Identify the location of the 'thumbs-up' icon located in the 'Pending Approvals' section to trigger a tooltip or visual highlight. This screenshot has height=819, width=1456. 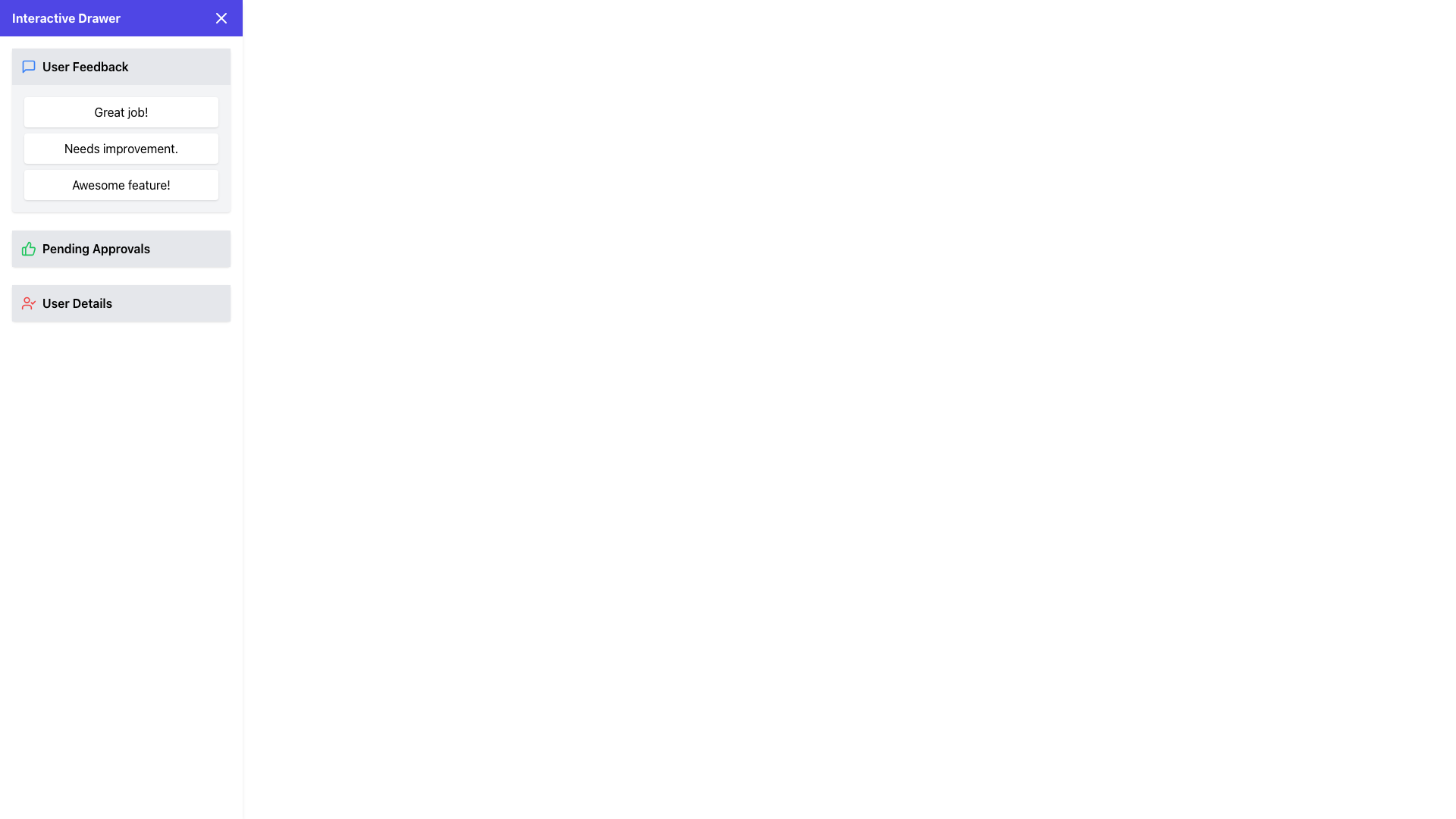
(29, 247).